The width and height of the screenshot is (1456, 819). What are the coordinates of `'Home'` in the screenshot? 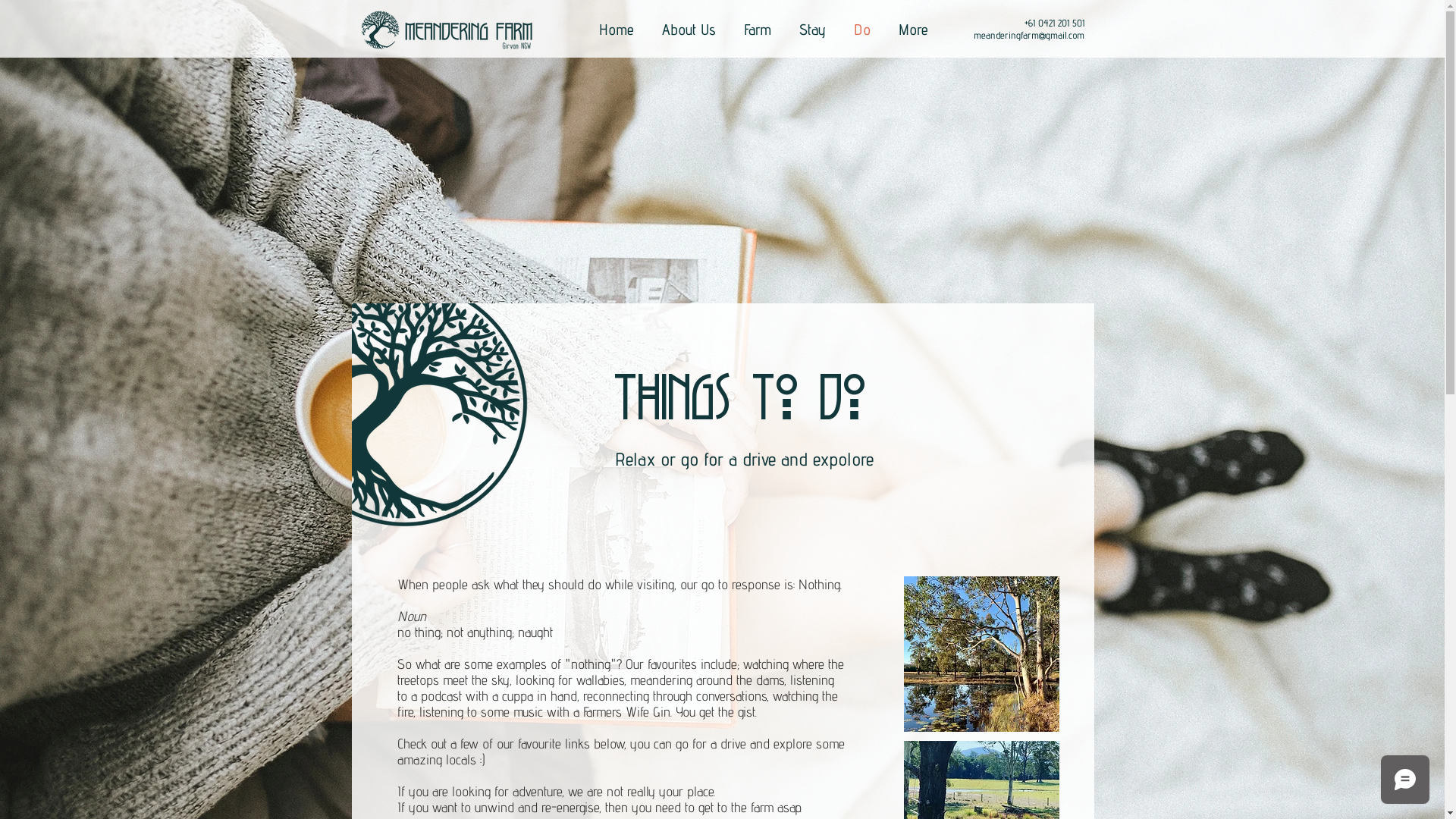 It's located at (585, 30).